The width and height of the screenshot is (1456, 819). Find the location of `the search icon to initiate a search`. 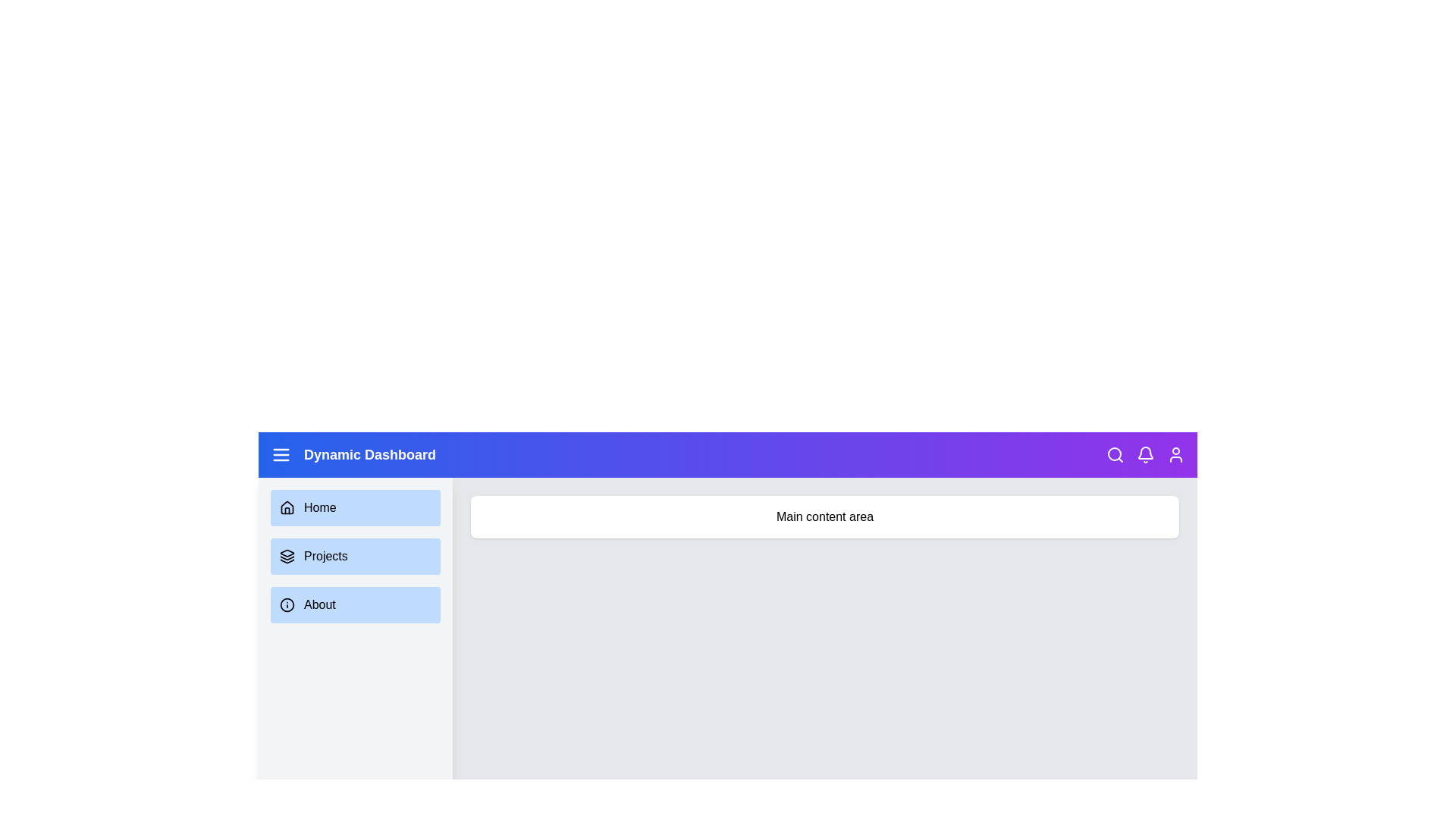

the search icon to initiate a search is located at coordinates (1115, 454).